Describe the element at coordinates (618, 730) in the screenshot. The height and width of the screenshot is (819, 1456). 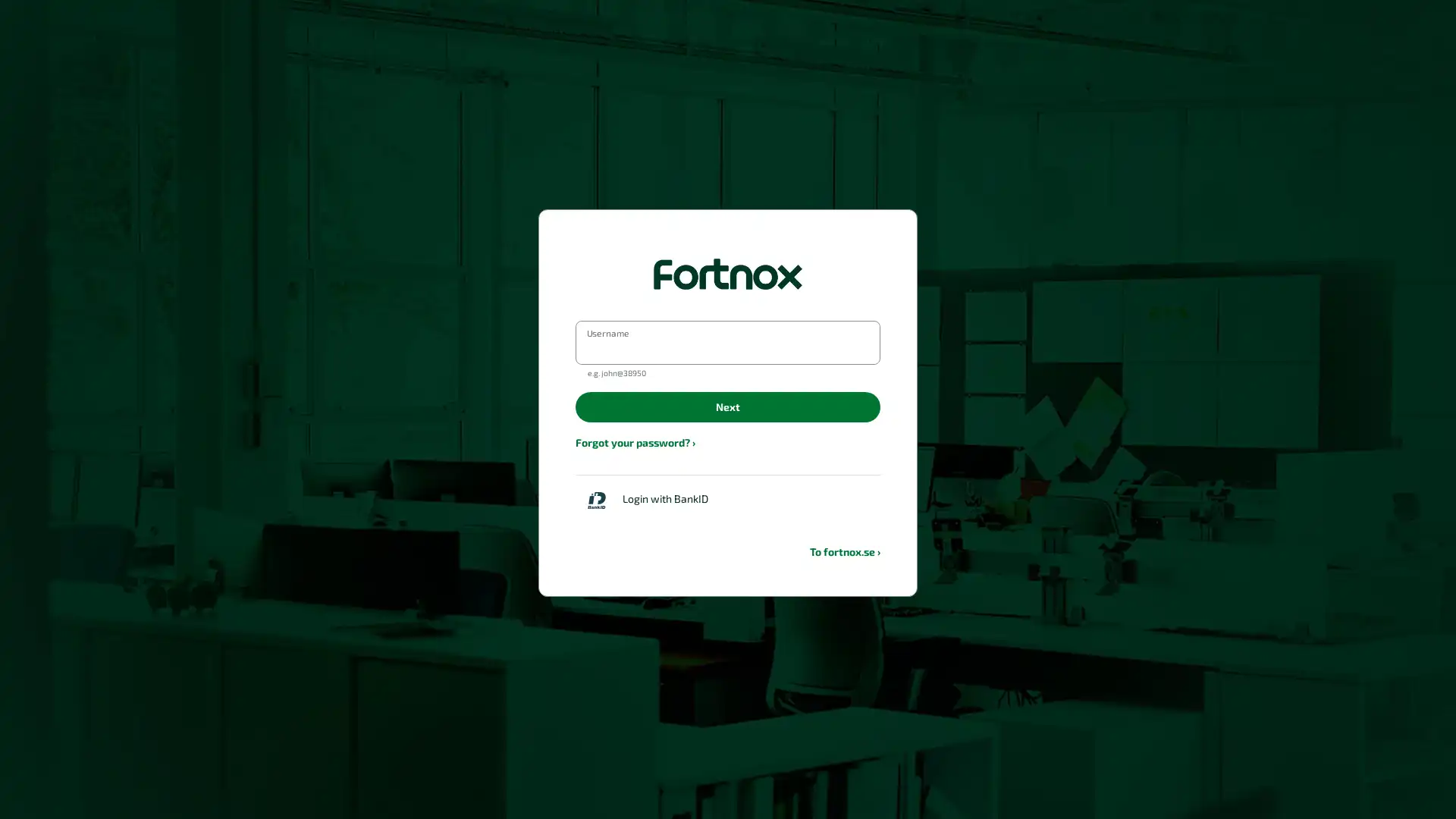
I see `Back` at that location.